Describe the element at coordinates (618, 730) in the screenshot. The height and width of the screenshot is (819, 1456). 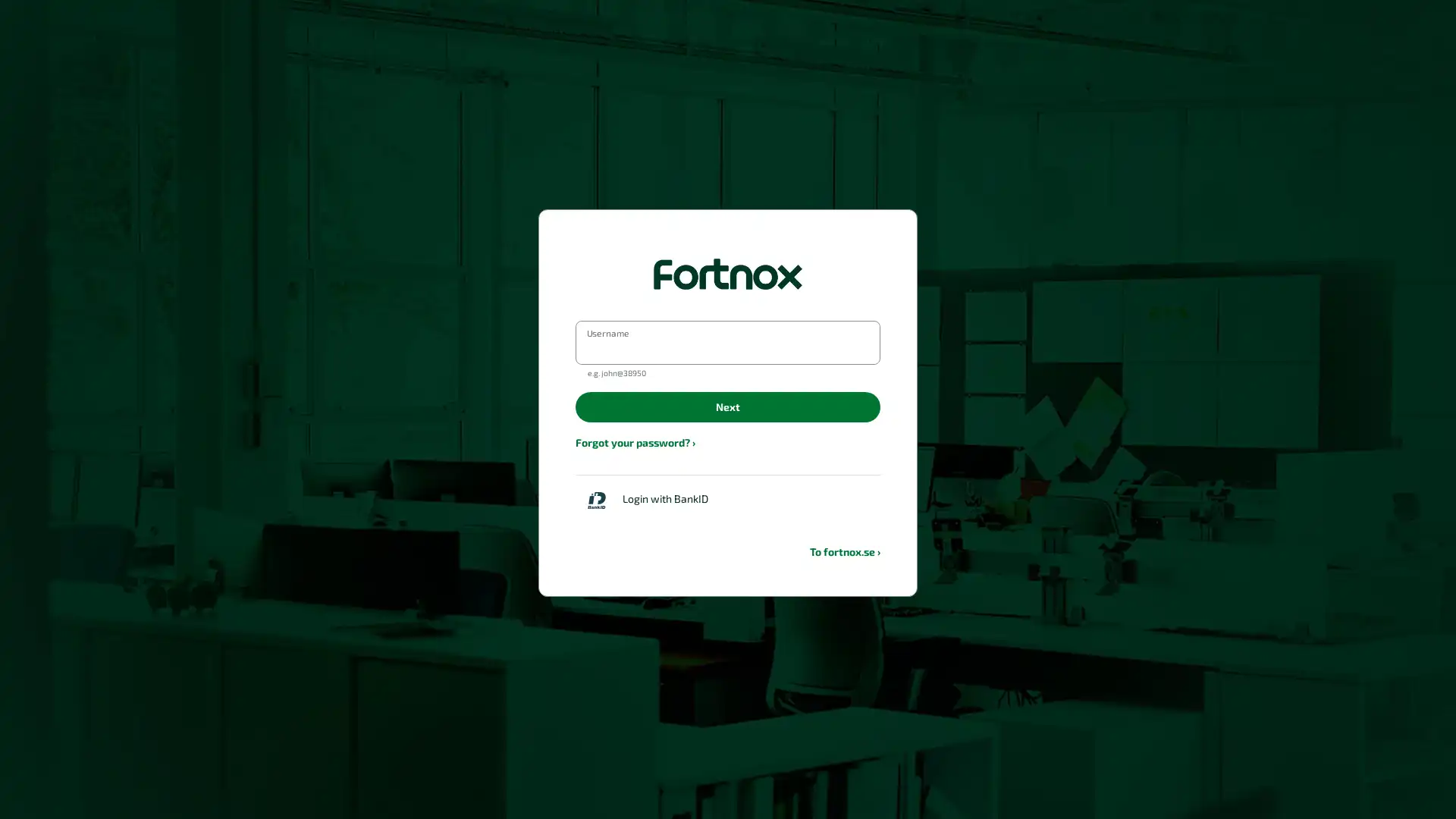
I see `Back` at that location.